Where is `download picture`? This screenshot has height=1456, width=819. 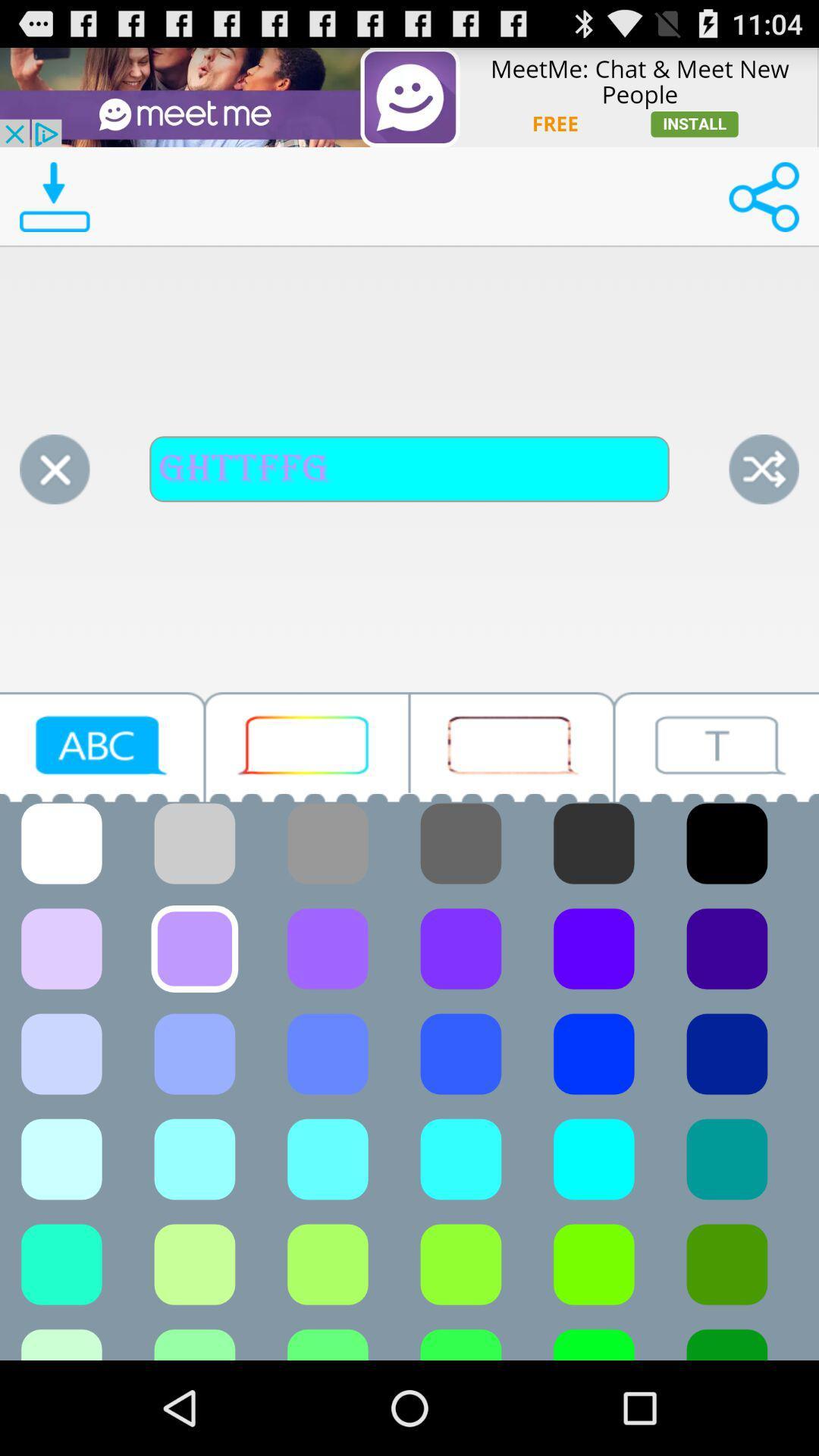
download picture is located at coordinates (54, 196).